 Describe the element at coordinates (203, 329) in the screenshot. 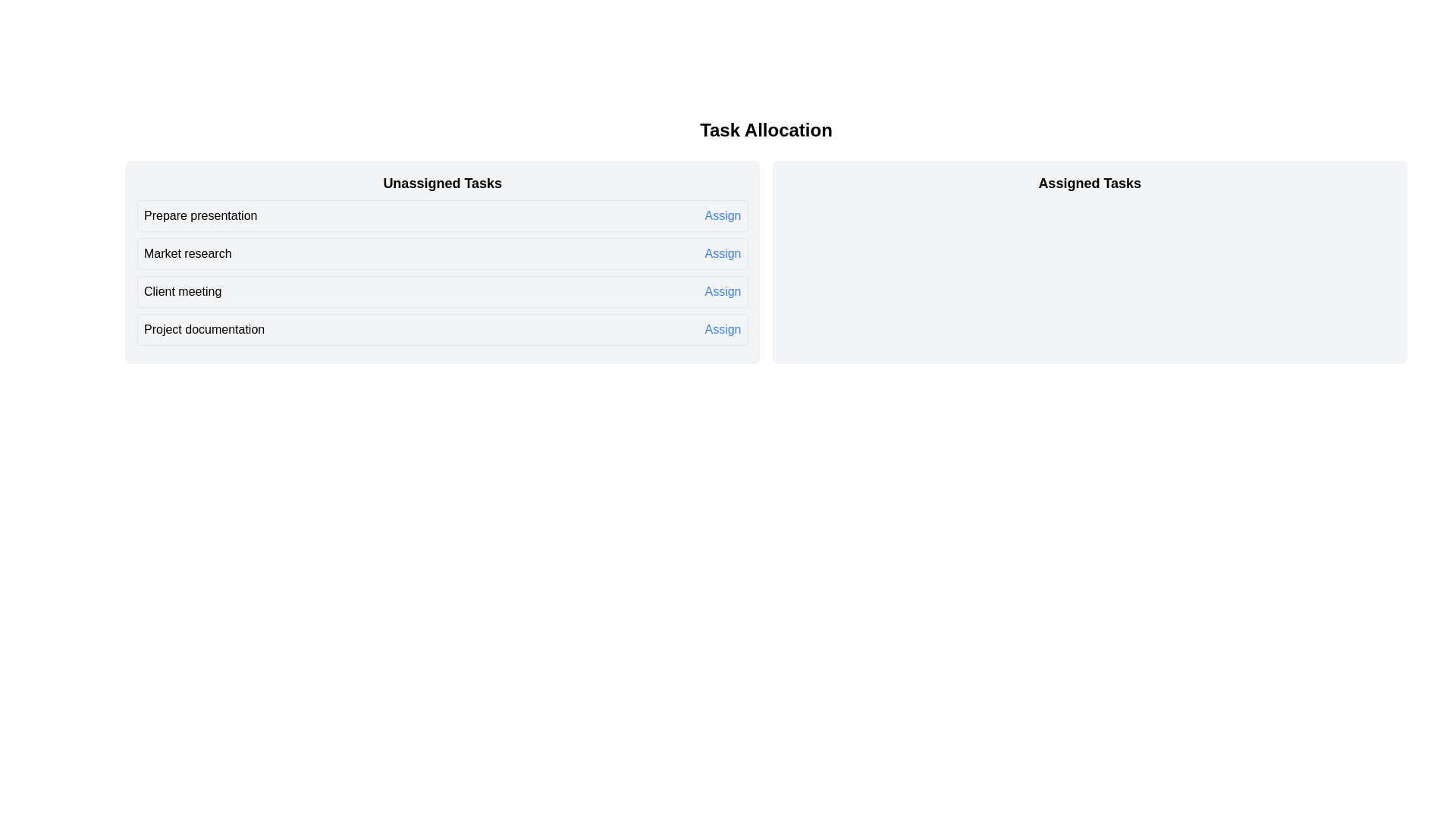

I see `the text label indicating 'Project documentation', located under the heading 'Unassigned Tasks' as the fourth item in the task list` at that location.